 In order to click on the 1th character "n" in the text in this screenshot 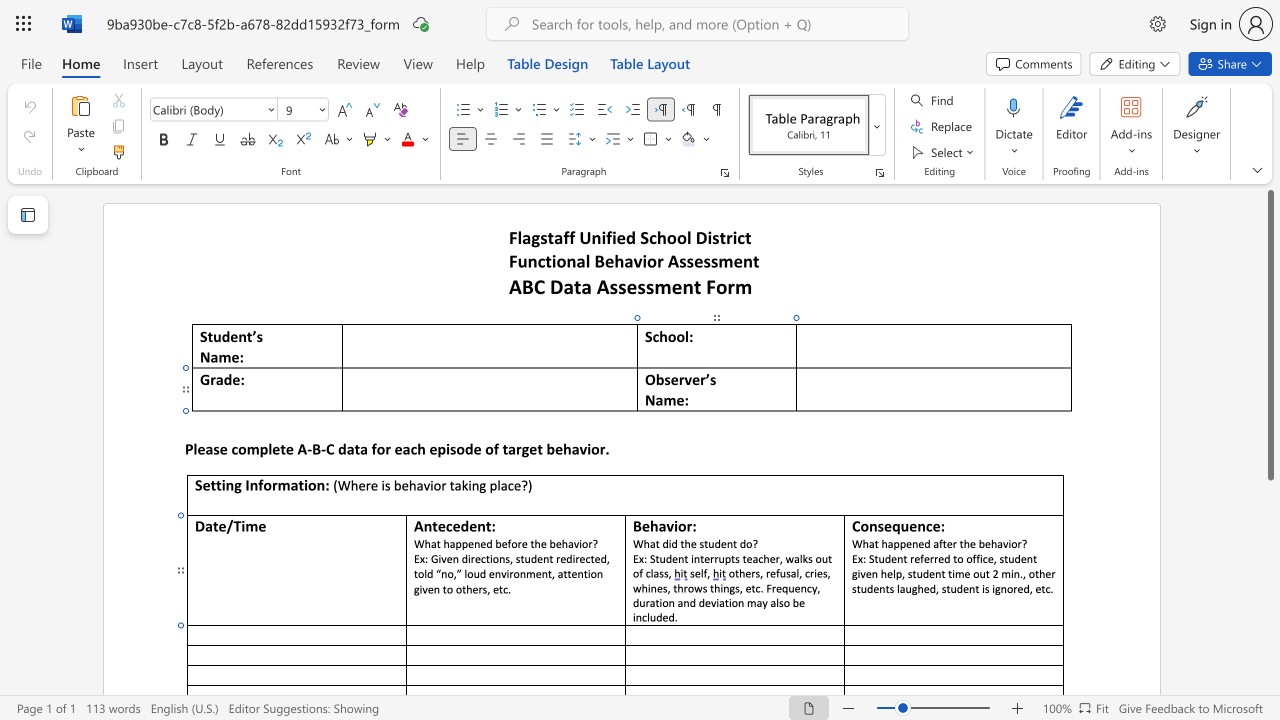, I will do `click(681, 558)`.